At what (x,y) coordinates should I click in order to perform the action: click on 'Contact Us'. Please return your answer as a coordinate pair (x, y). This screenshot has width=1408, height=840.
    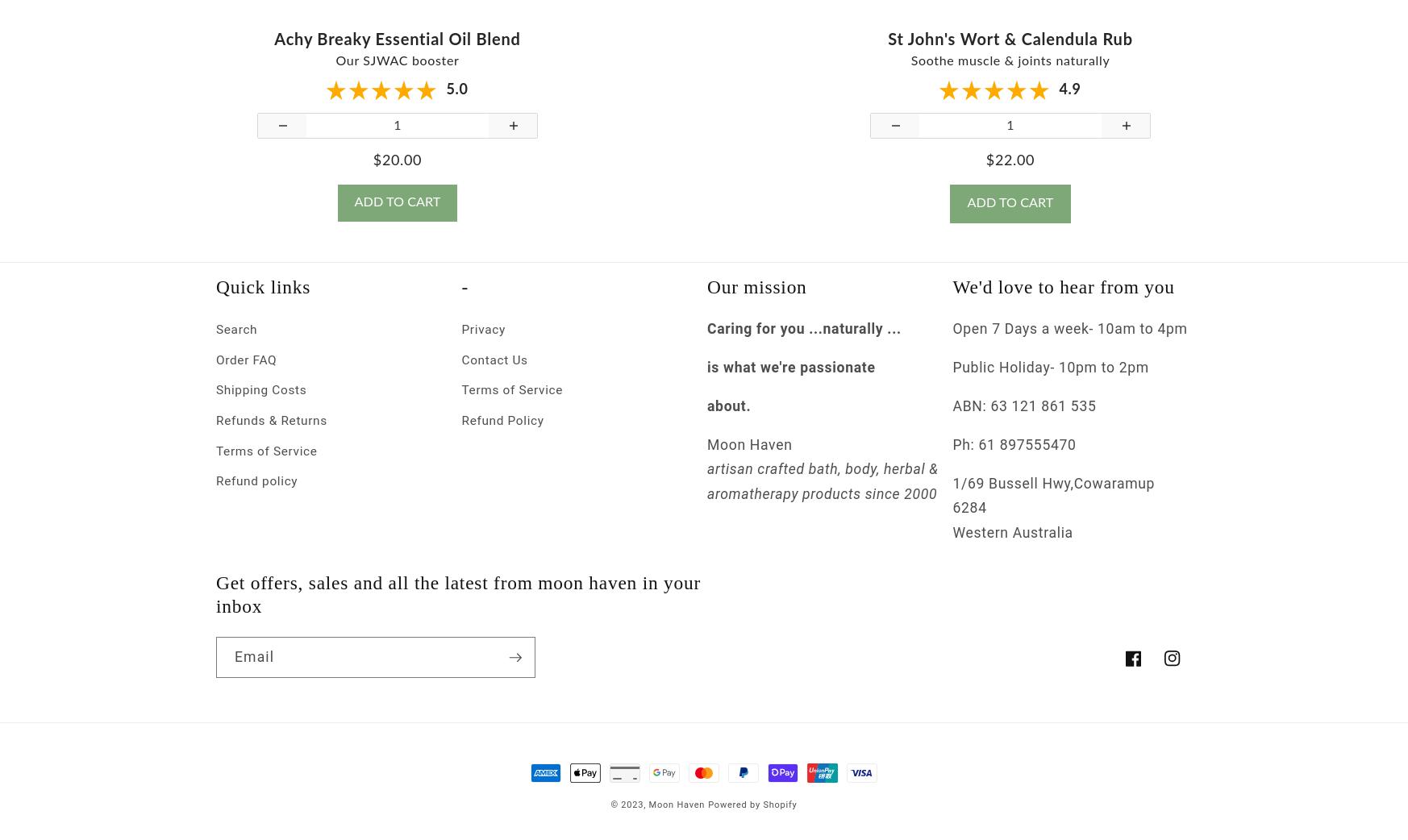
    Looking at the image, I should click on (494, 374).